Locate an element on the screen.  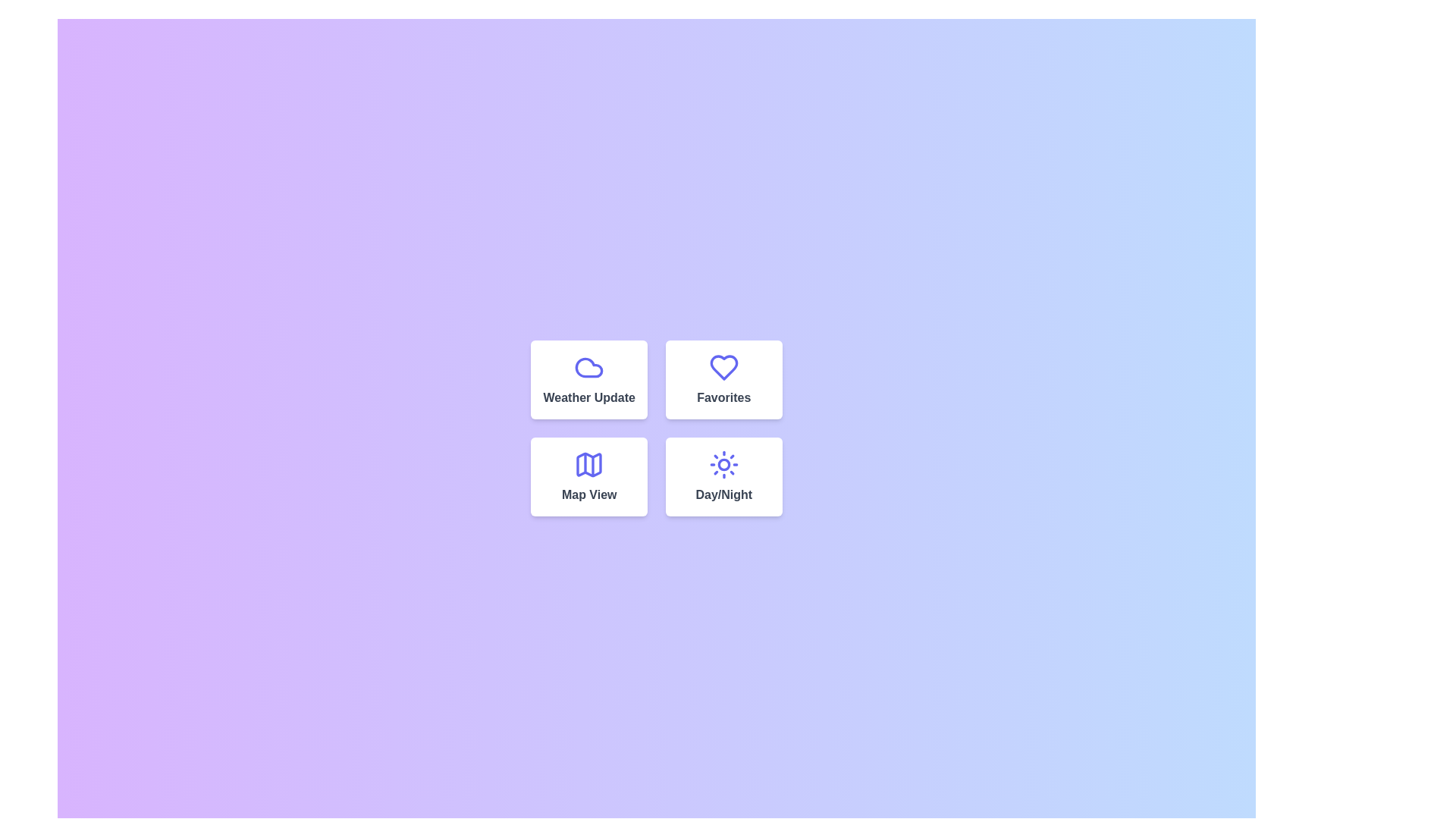
the central circle of the sun icon within the 'Day/Night' card located in the bottom-right of the grid of four cards is located at coordinates (723, 464).